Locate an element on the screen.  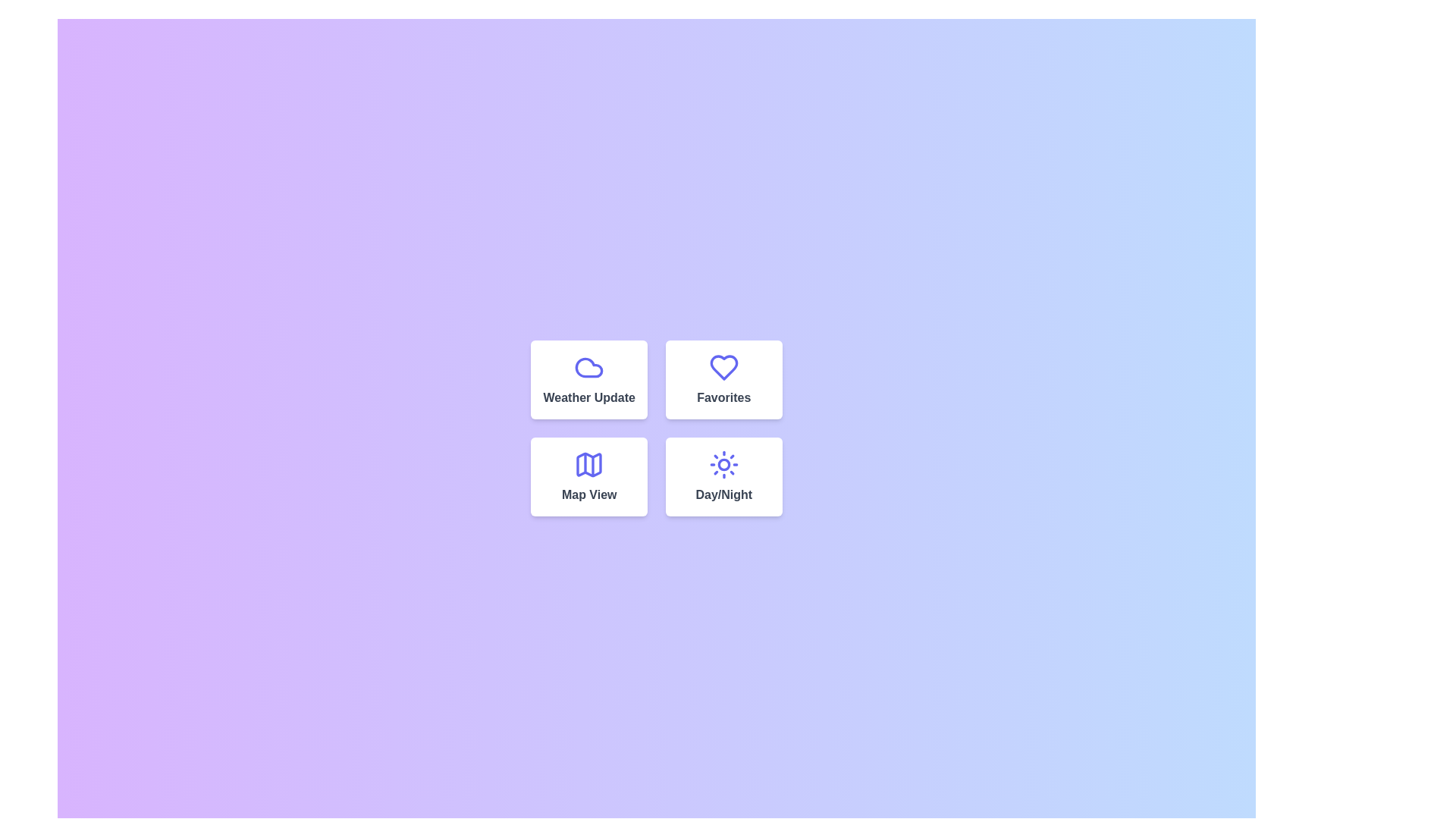
the central circle of the sun icon within the 'Day/Night' card located in the bottom-right of the grid of four cards is located at coordinates (723, 464).